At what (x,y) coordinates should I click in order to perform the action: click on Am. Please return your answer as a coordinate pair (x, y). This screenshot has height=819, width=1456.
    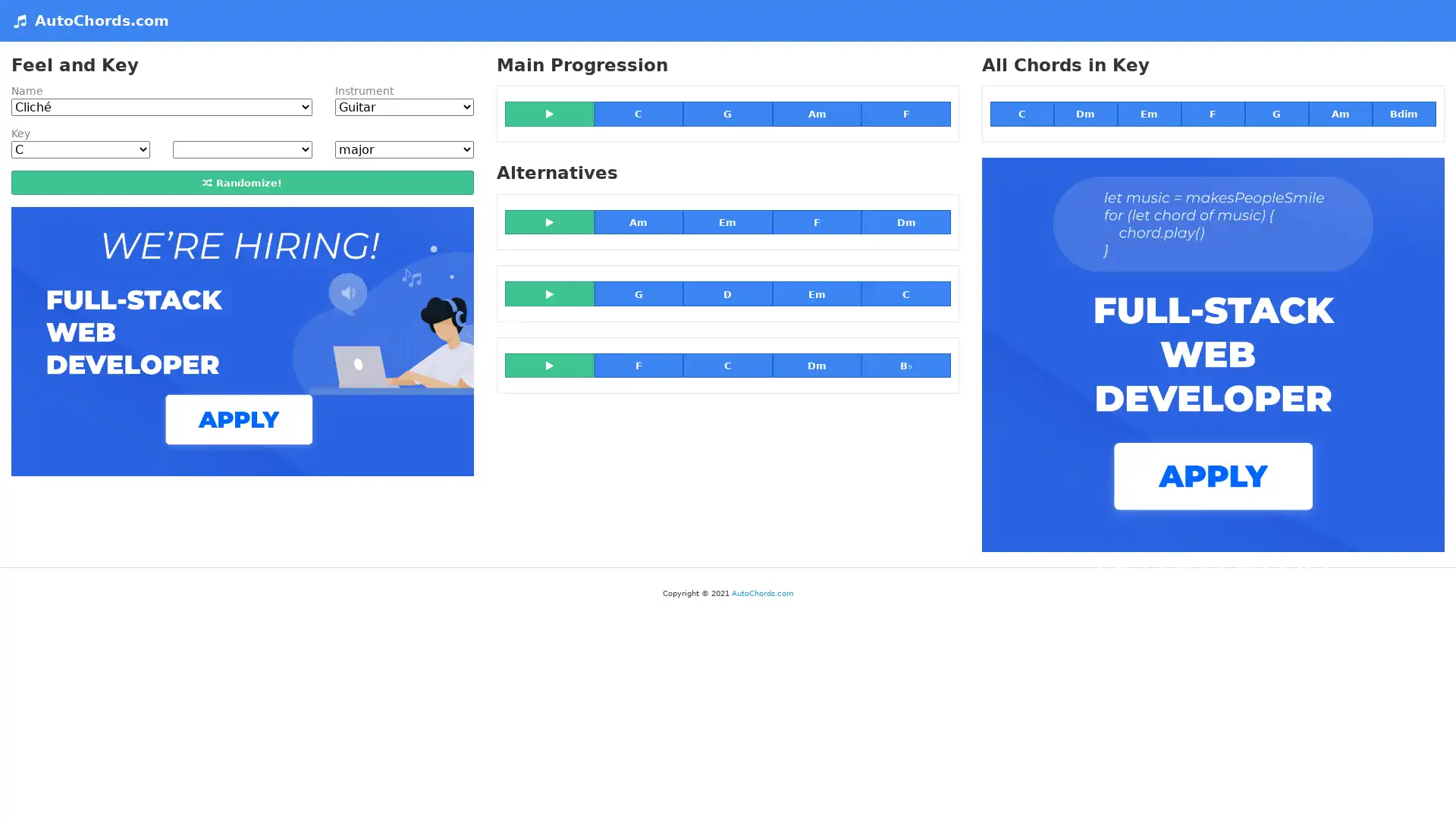
    Looking at the image, I should click on (815, 113).